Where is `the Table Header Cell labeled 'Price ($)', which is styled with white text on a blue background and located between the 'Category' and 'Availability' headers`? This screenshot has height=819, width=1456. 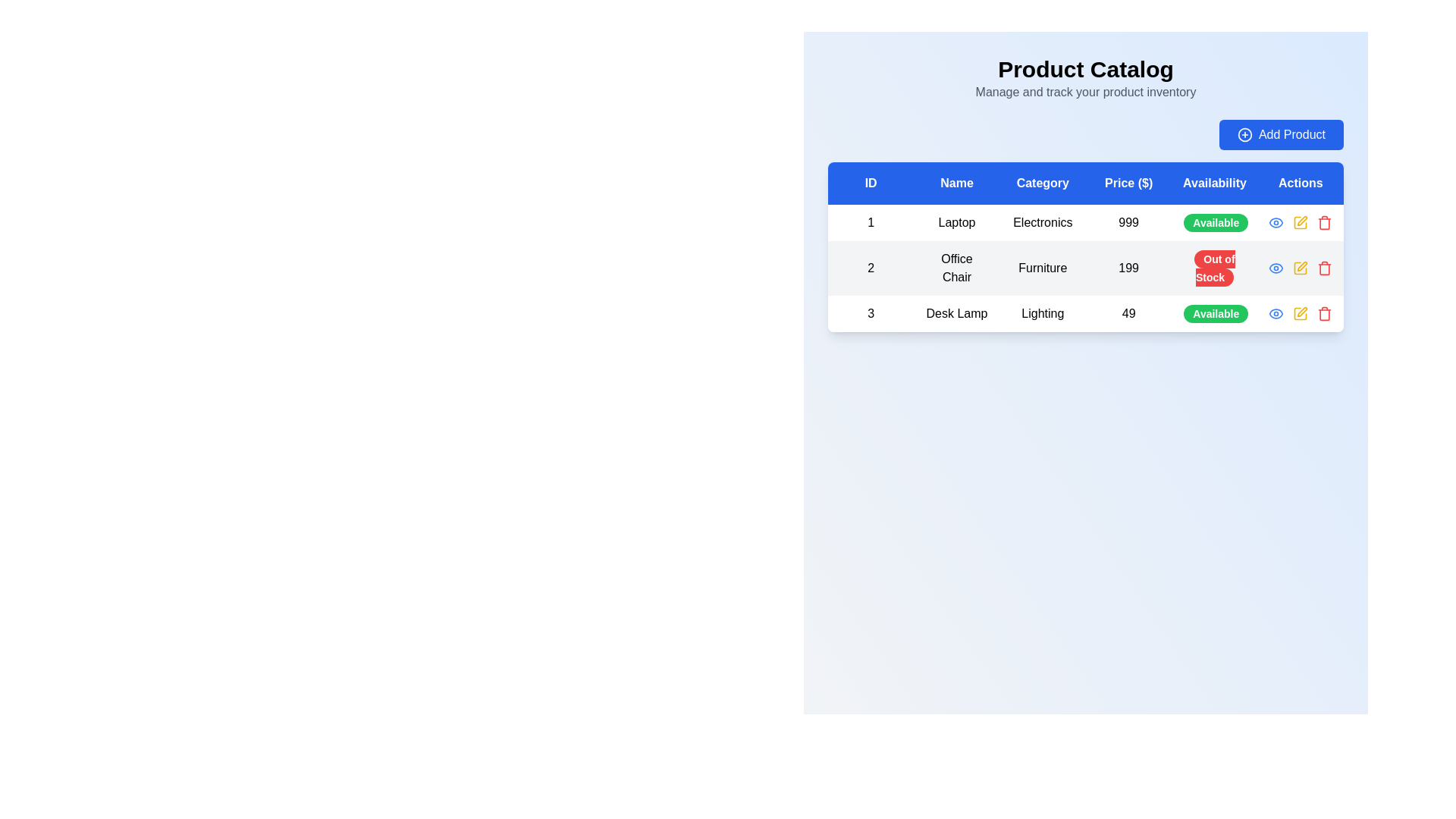
the Table Header Cell labeled 'Price ($)', which is styled with white text on a blue background and located between the 'Category' and 'Availability' headers is located at coordinates (1128, 183).